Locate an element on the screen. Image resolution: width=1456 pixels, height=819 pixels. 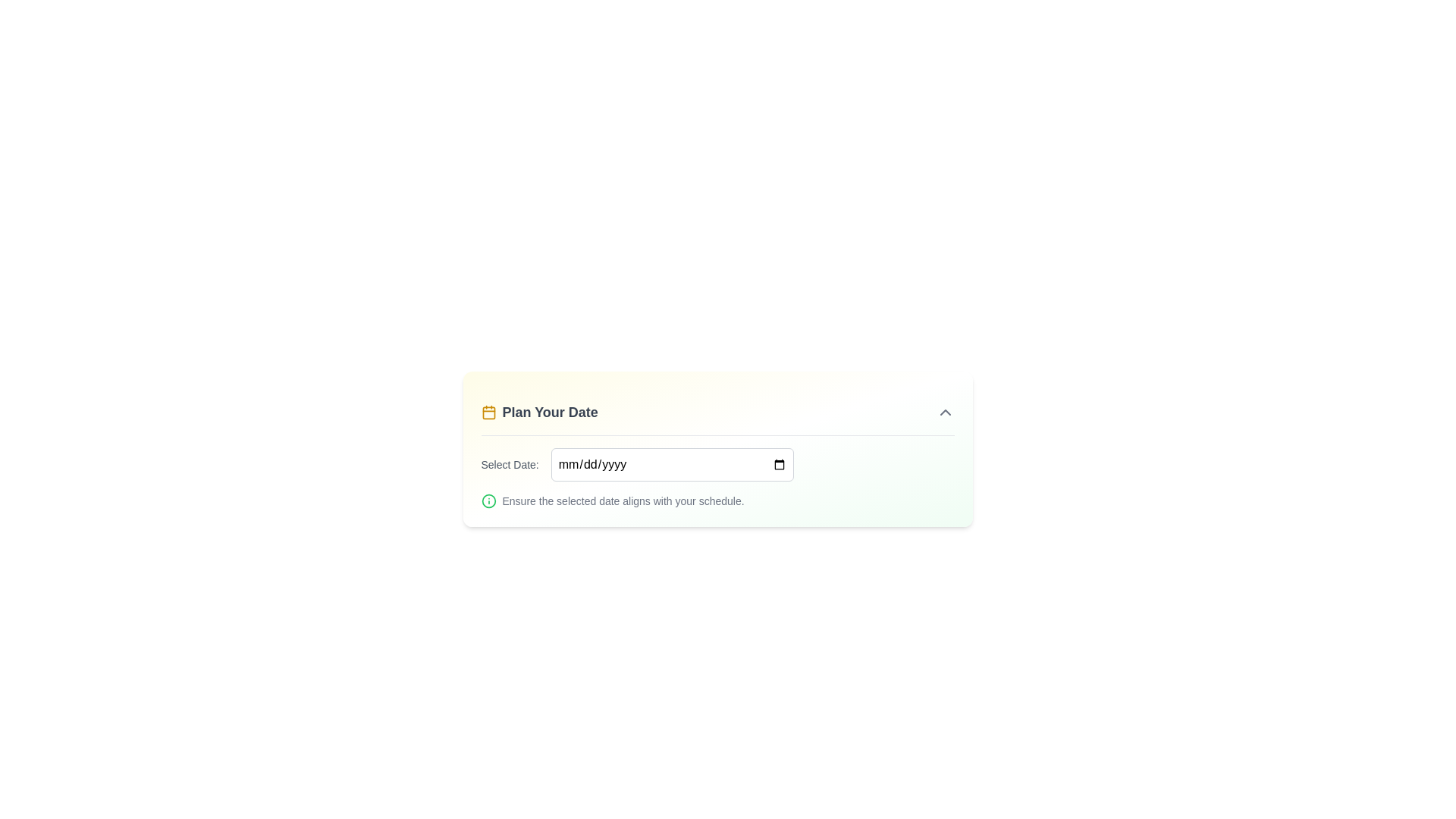
the main body of the calendar icon located in the top-left corner of the 'Plan Your Date' component by moving the cursor to its center is located at coordinates (488, 413).